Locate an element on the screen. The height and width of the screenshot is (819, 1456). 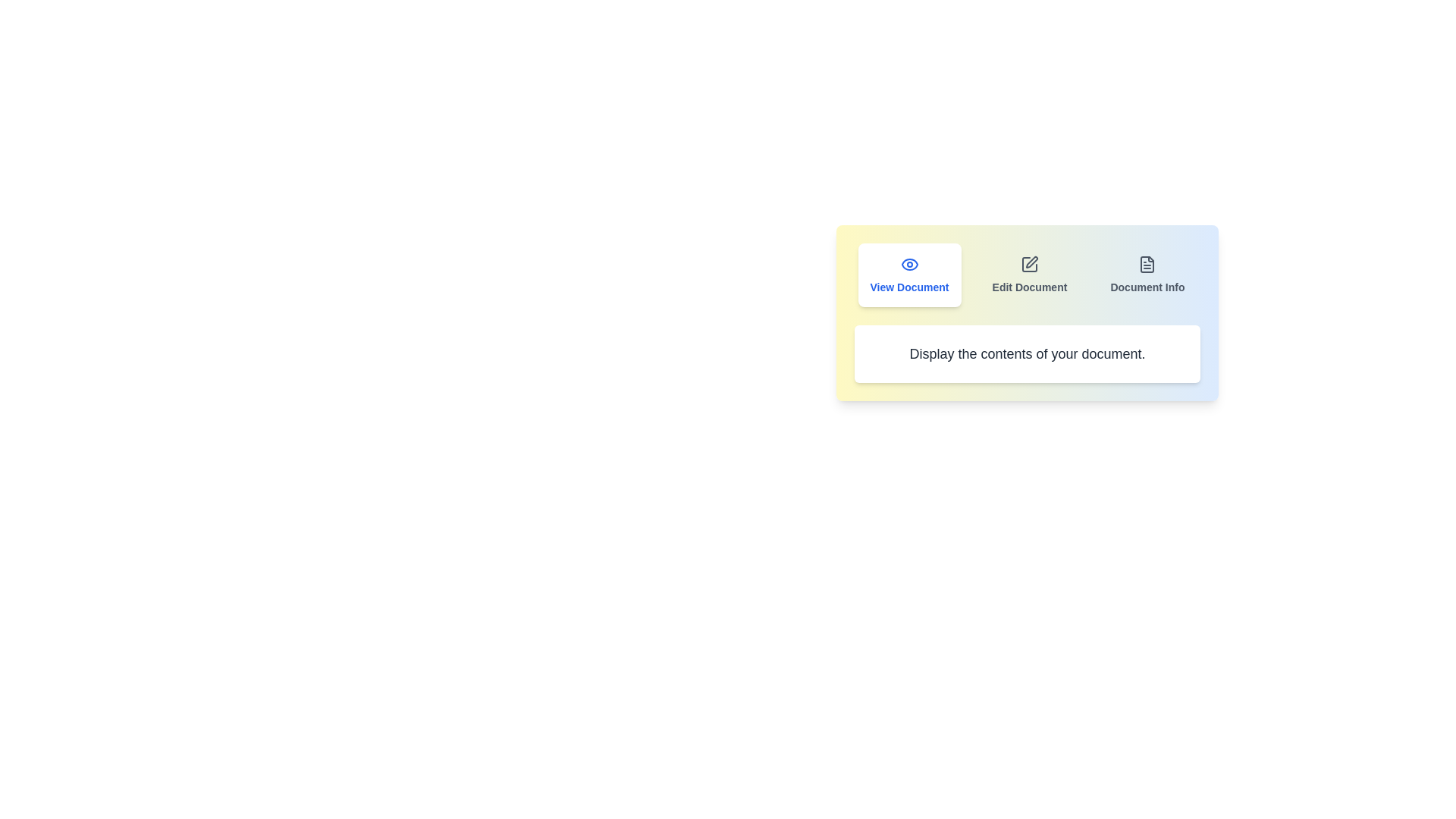
the button labeled Edit Document to trigger its hover effect is located at coordinates (1030, 275).